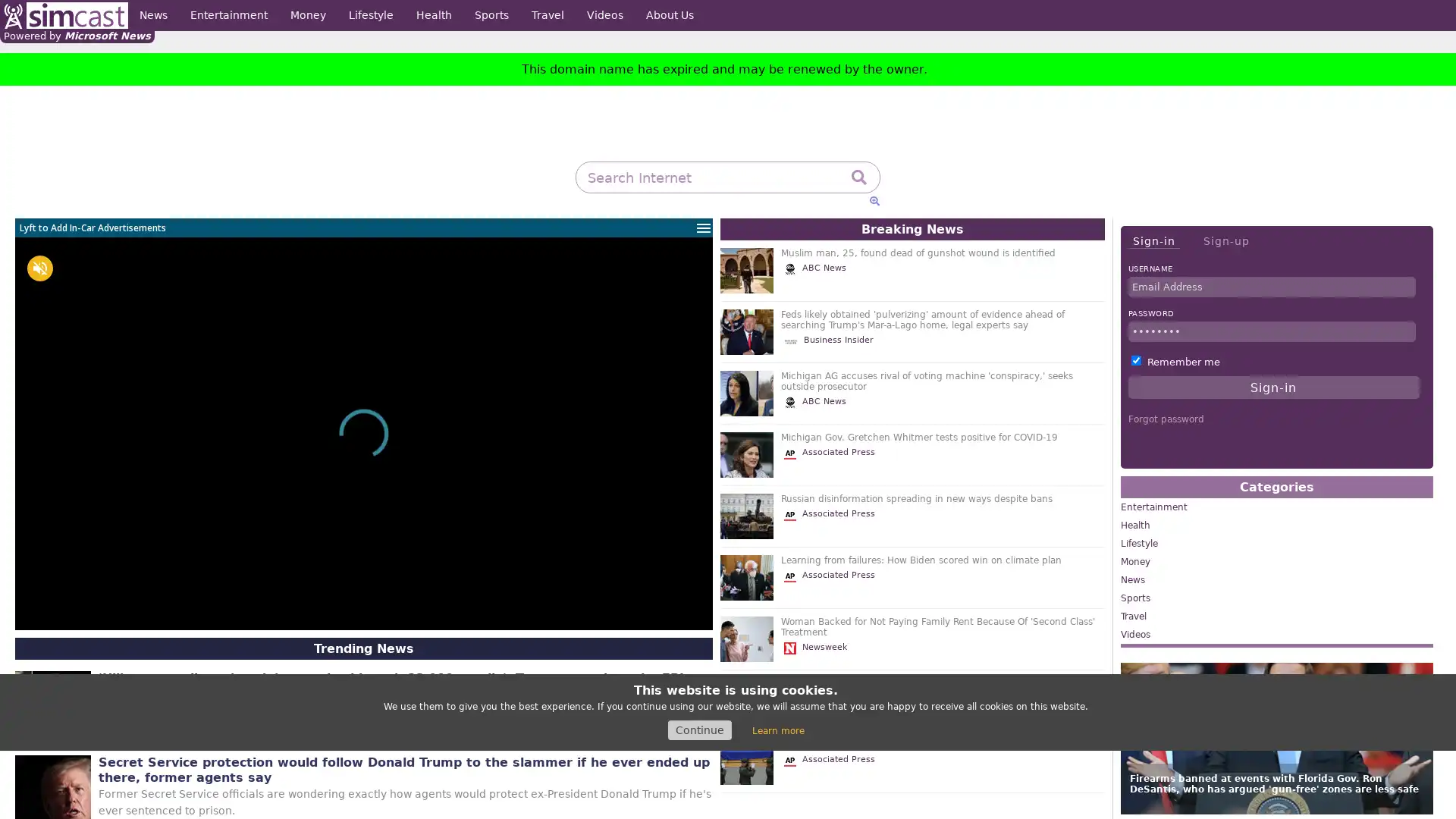  I want to click on Continue, so click(698, 730).